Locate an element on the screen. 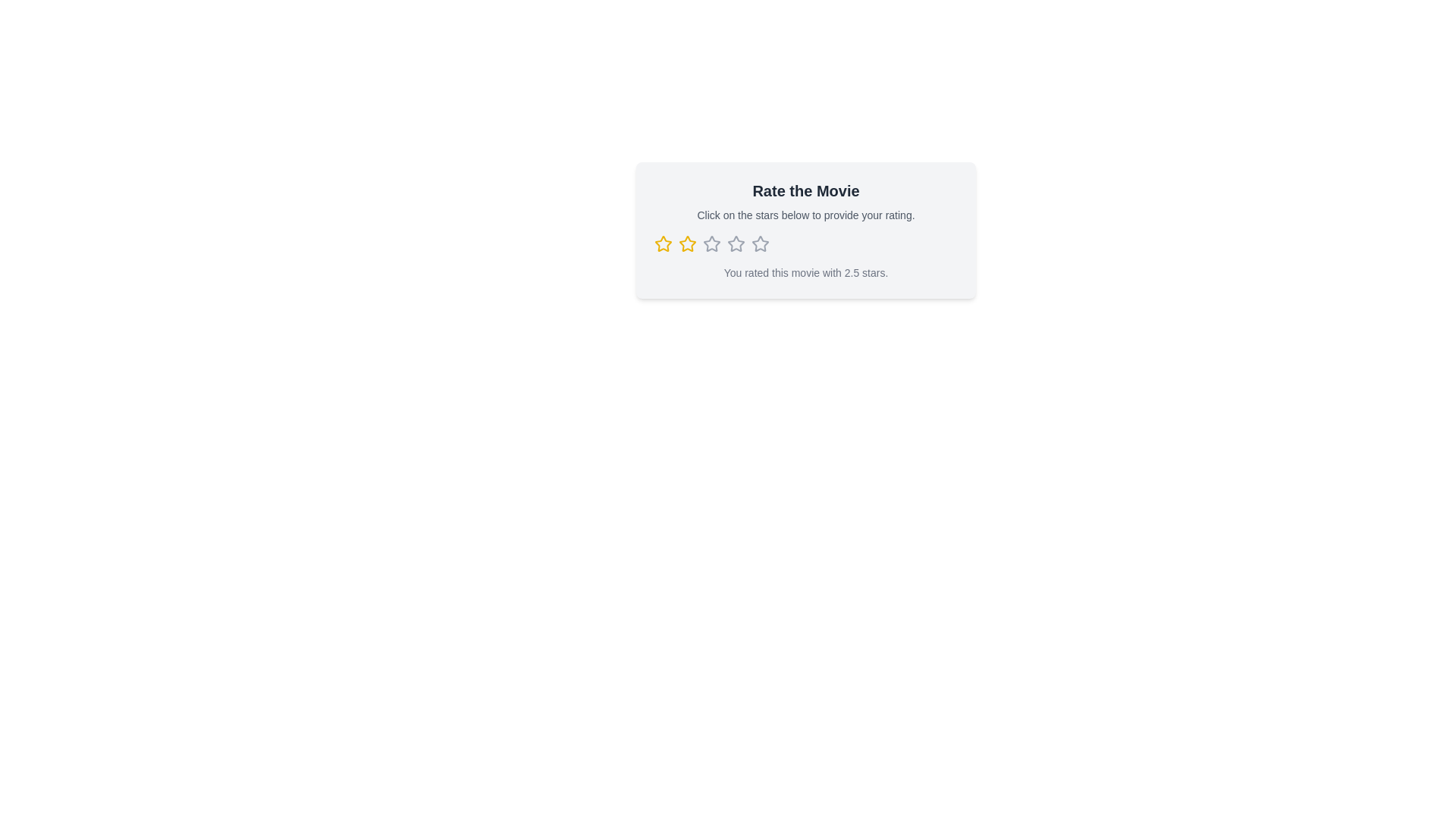  the third star icon in the rating system is located at coordinates (710, 242).